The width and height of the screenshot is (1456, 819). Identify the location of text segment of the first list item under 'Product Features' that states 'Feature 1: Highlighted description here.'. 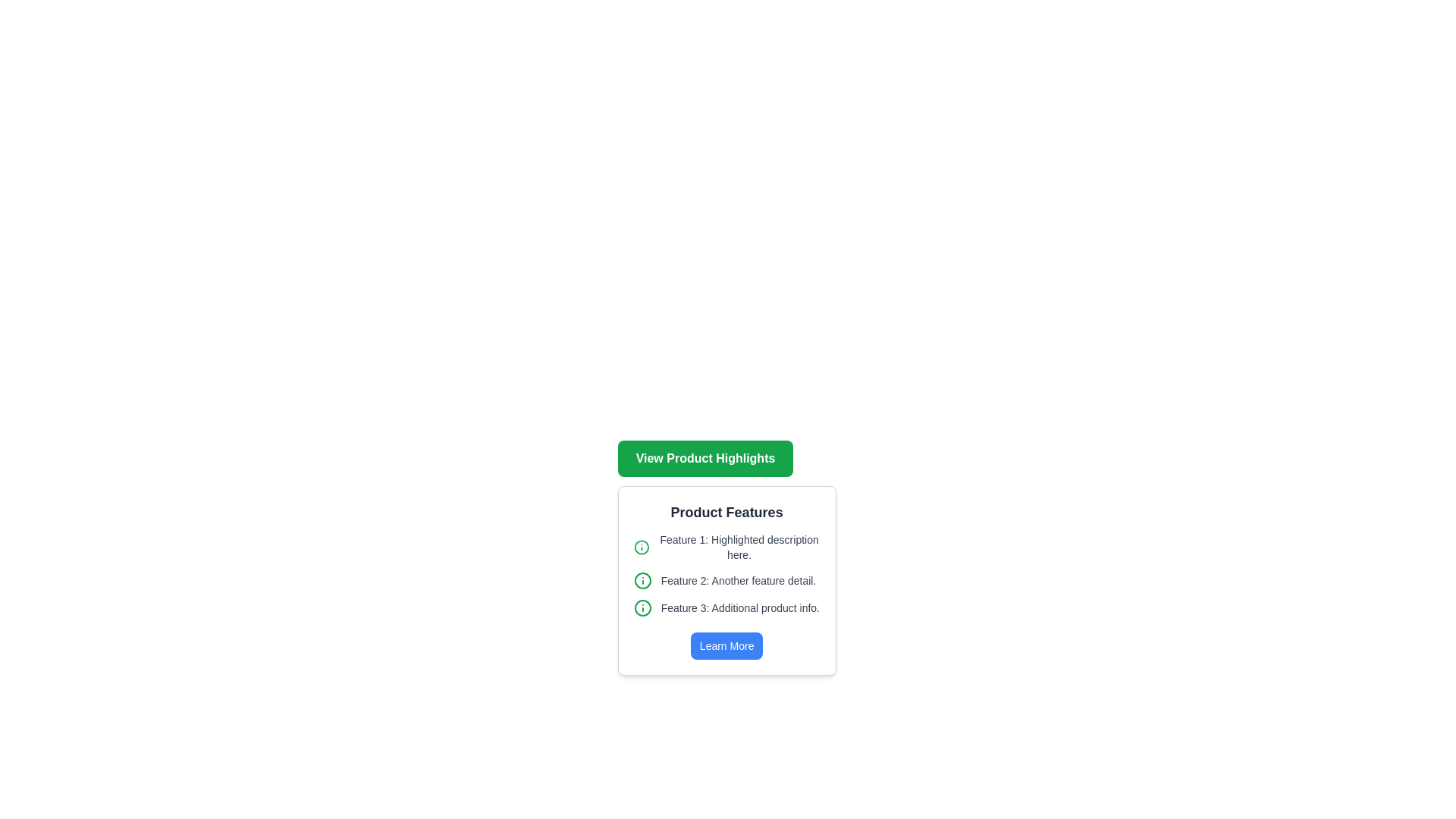
(726, 547).